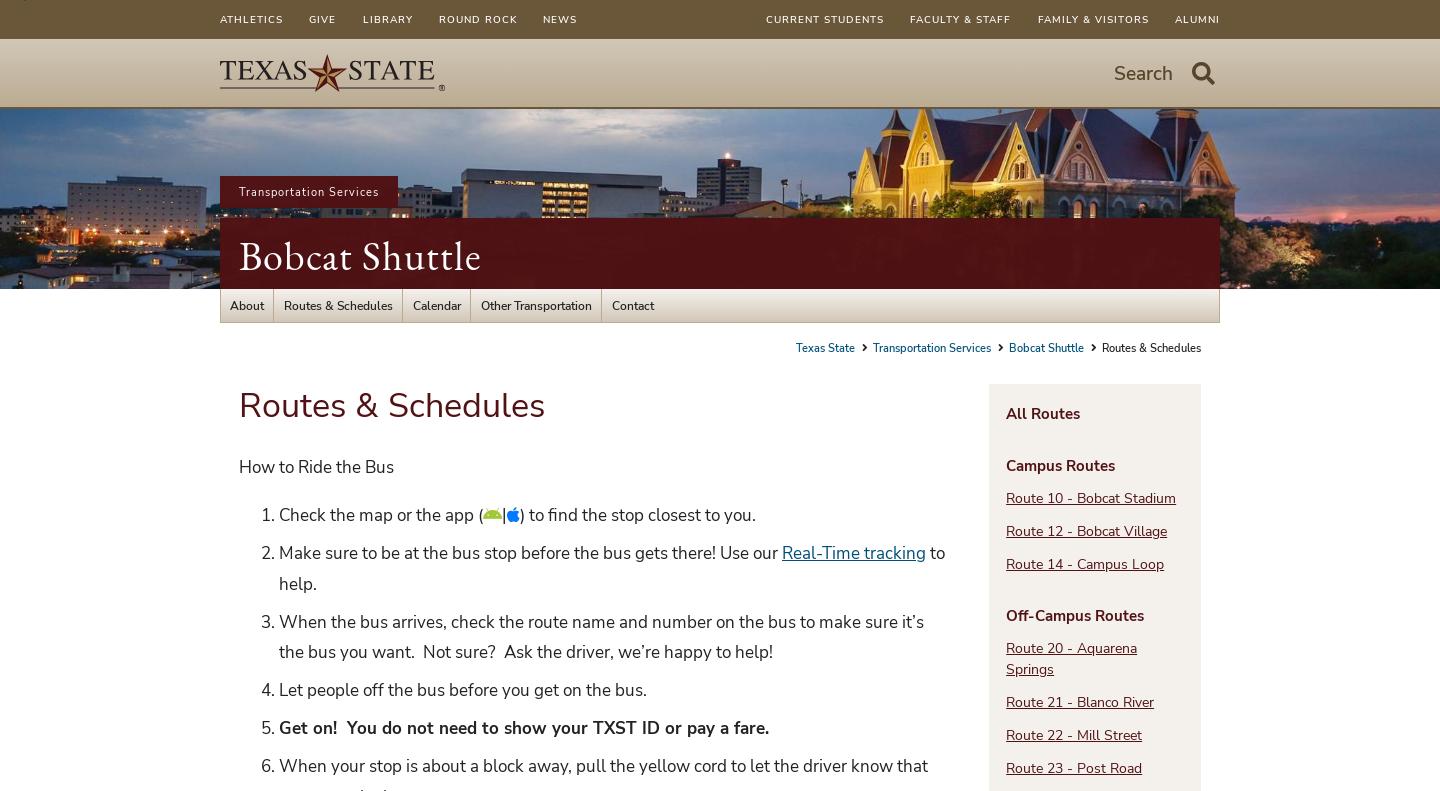 This screenshot has height=791, width=1440. What do you see at coordinates (278, 552) in the screenshot?
I see `'Make sure to be at the bus stop before the bus gets there! Use our'` at bounding box center [278, 552].